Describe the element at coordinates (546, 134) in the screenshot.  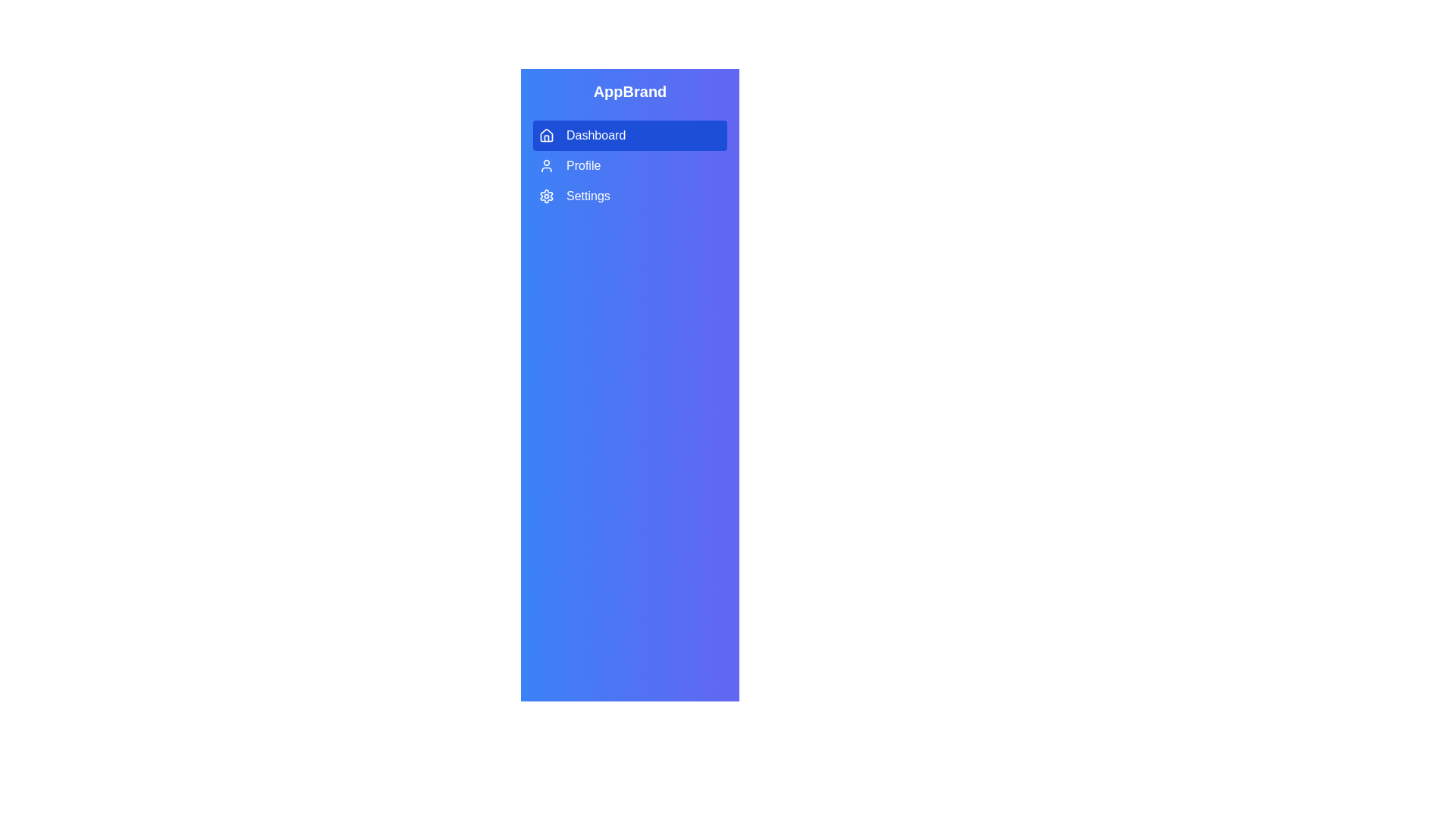
I see `the house icon with white strokes on a blue background located to the left of the 'Dashboard' text in the sidebar menu` at that location.